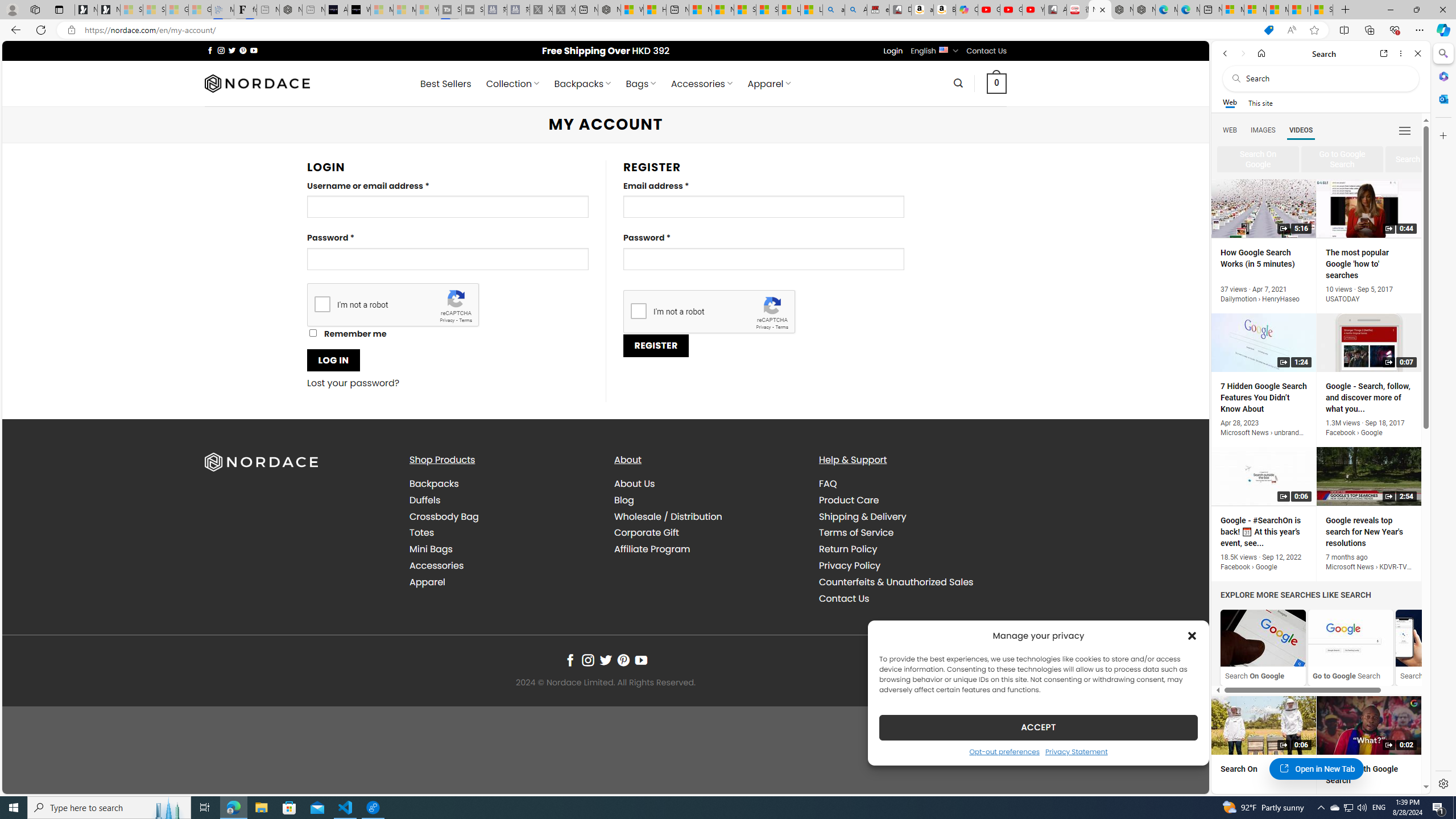 The image size is (1456, 819). I want to click on 'Opt-out preferences', so click(1004, 751).